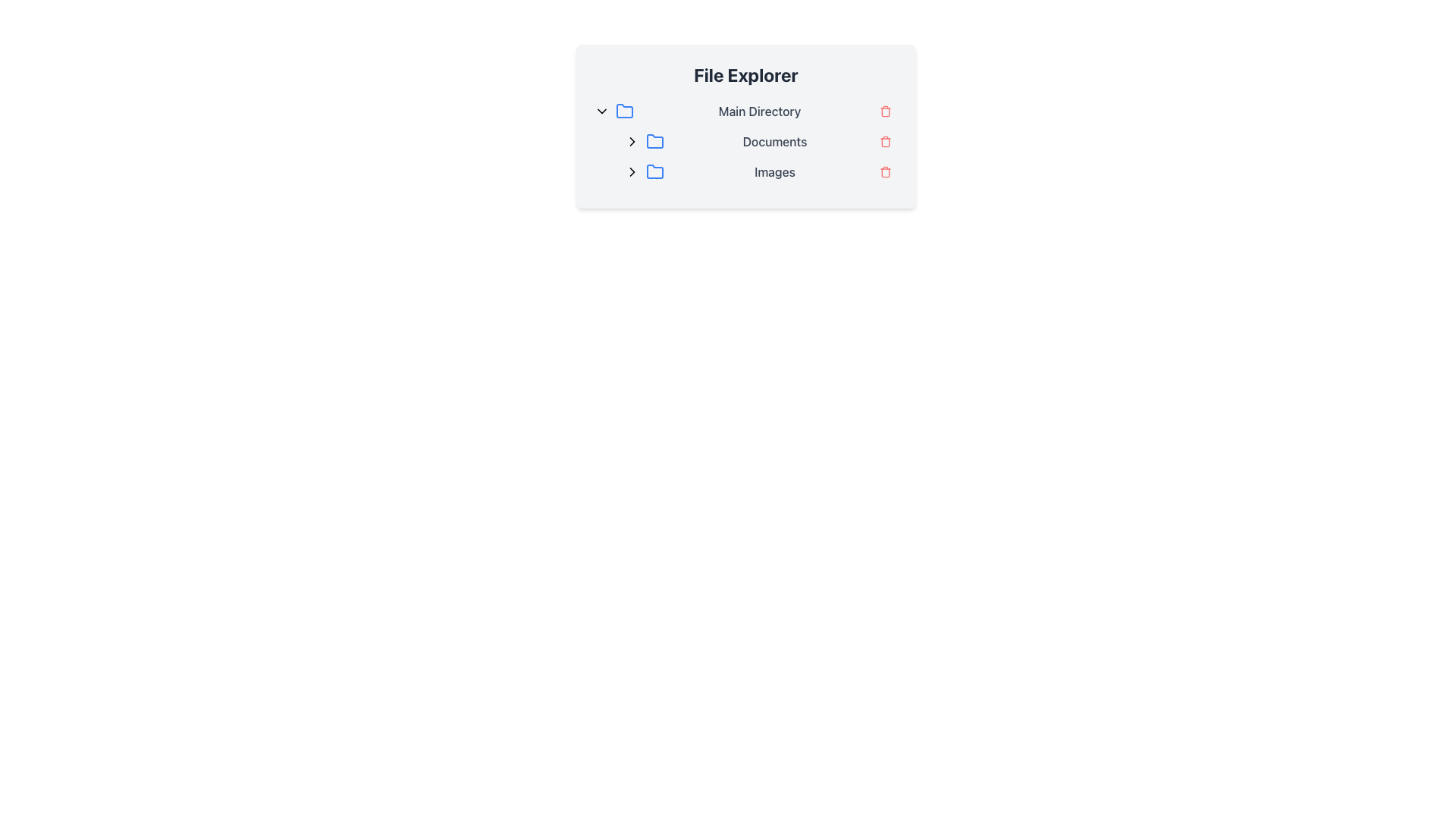 The height and width of the screenshot is (819, 1456). Describe the element at coordinates (745, 110) in the screenshot. I see `the topmost directory entry in the file explorer` at that location.